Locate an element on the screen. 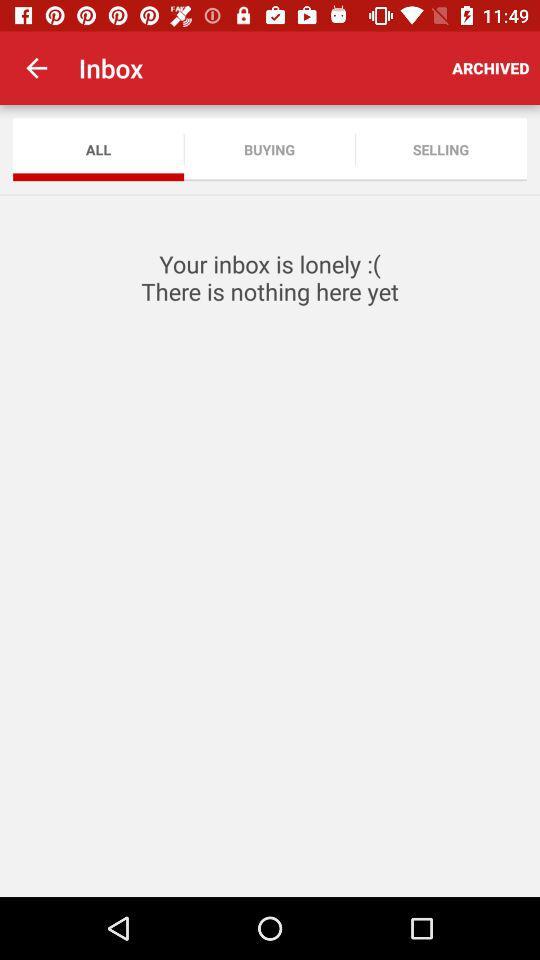  icon below the archived is located at coordinates (441, 148).